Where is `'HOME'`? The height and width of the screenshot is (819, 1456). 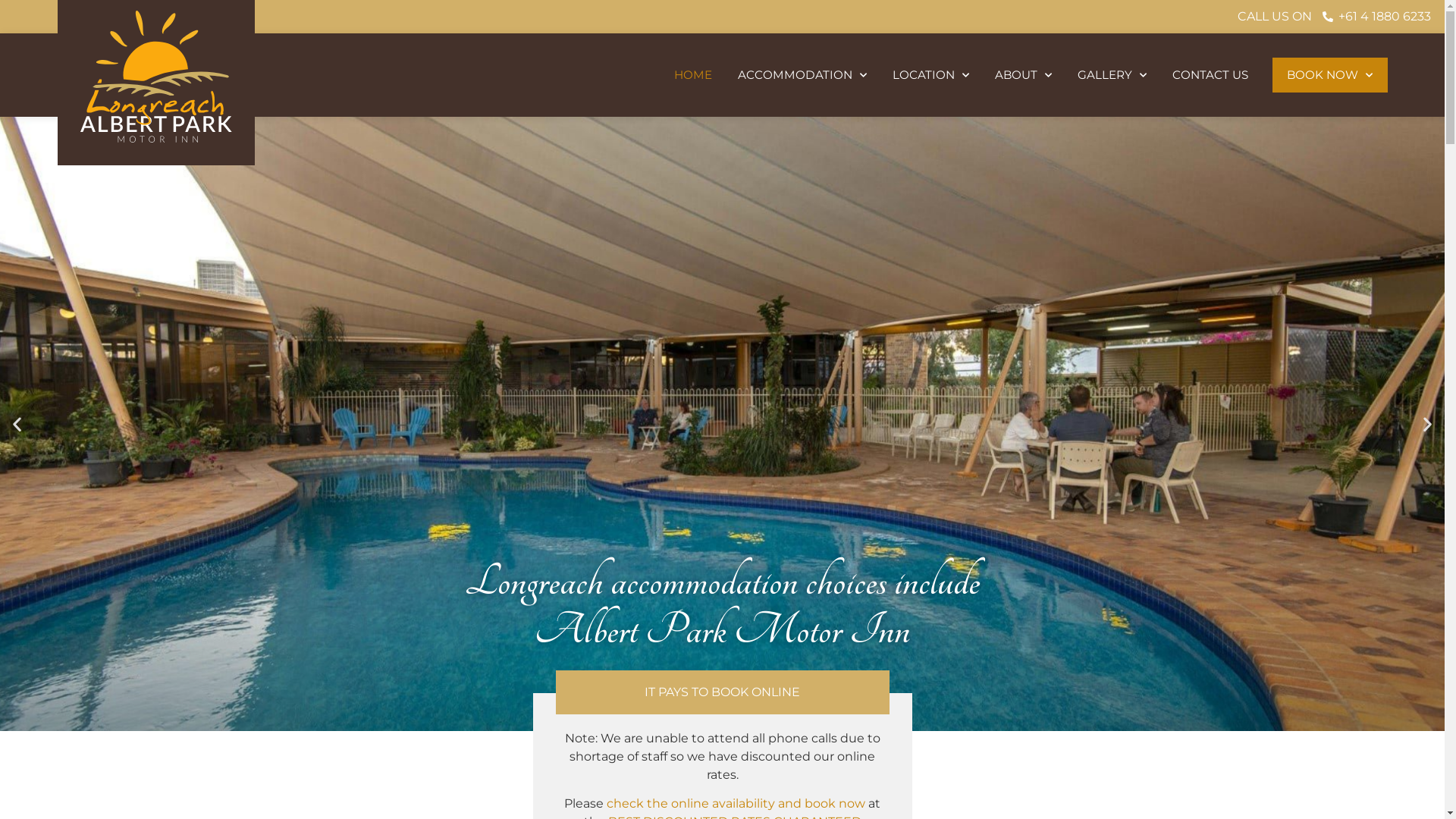 'HOME' is located at coordinates (692, 75).